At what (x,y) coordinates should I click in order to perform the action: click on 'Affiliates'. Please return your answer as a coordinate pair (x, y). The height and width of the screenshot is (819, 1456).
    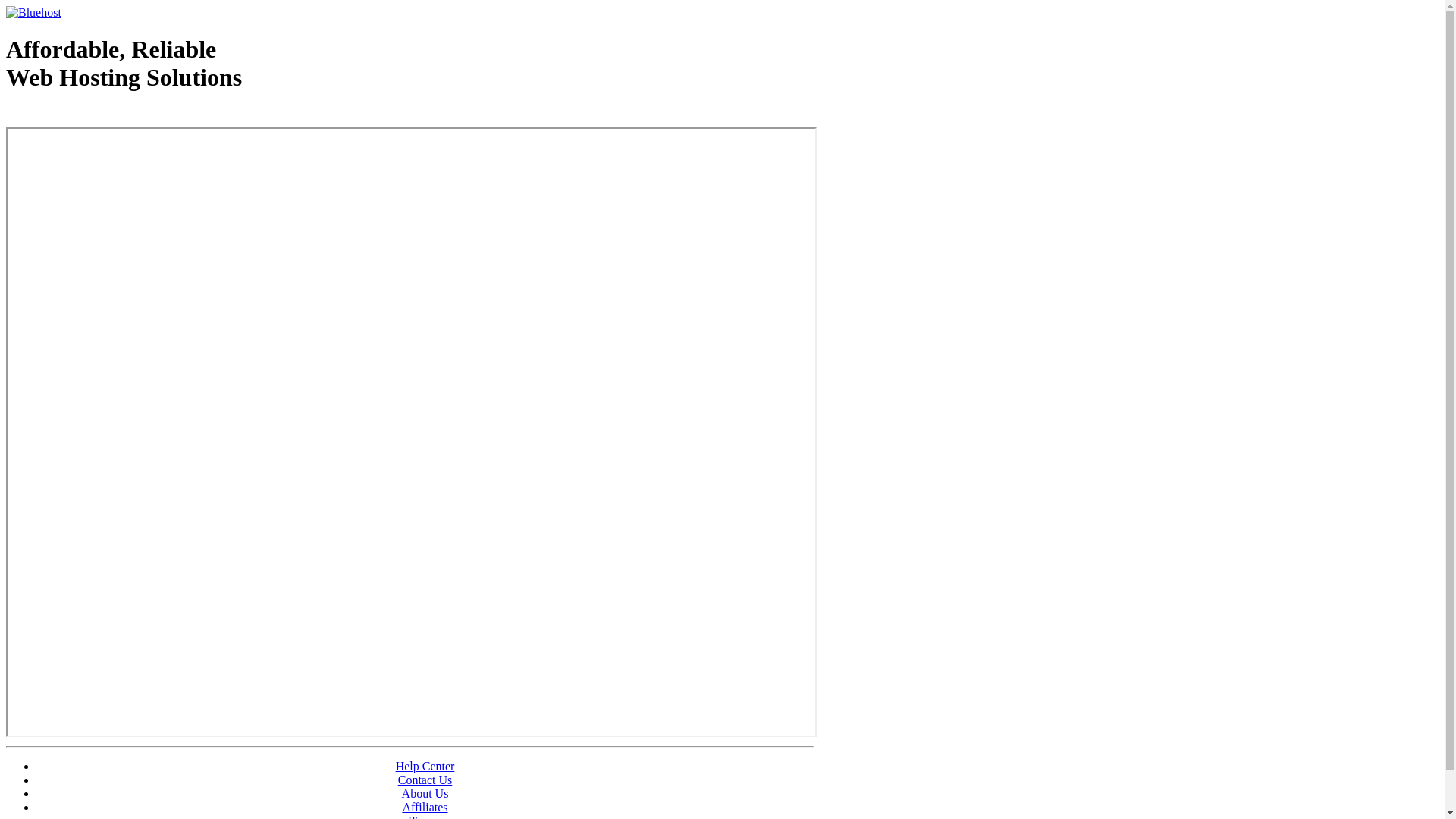
    Looking at the image, I should click on (401, 806).